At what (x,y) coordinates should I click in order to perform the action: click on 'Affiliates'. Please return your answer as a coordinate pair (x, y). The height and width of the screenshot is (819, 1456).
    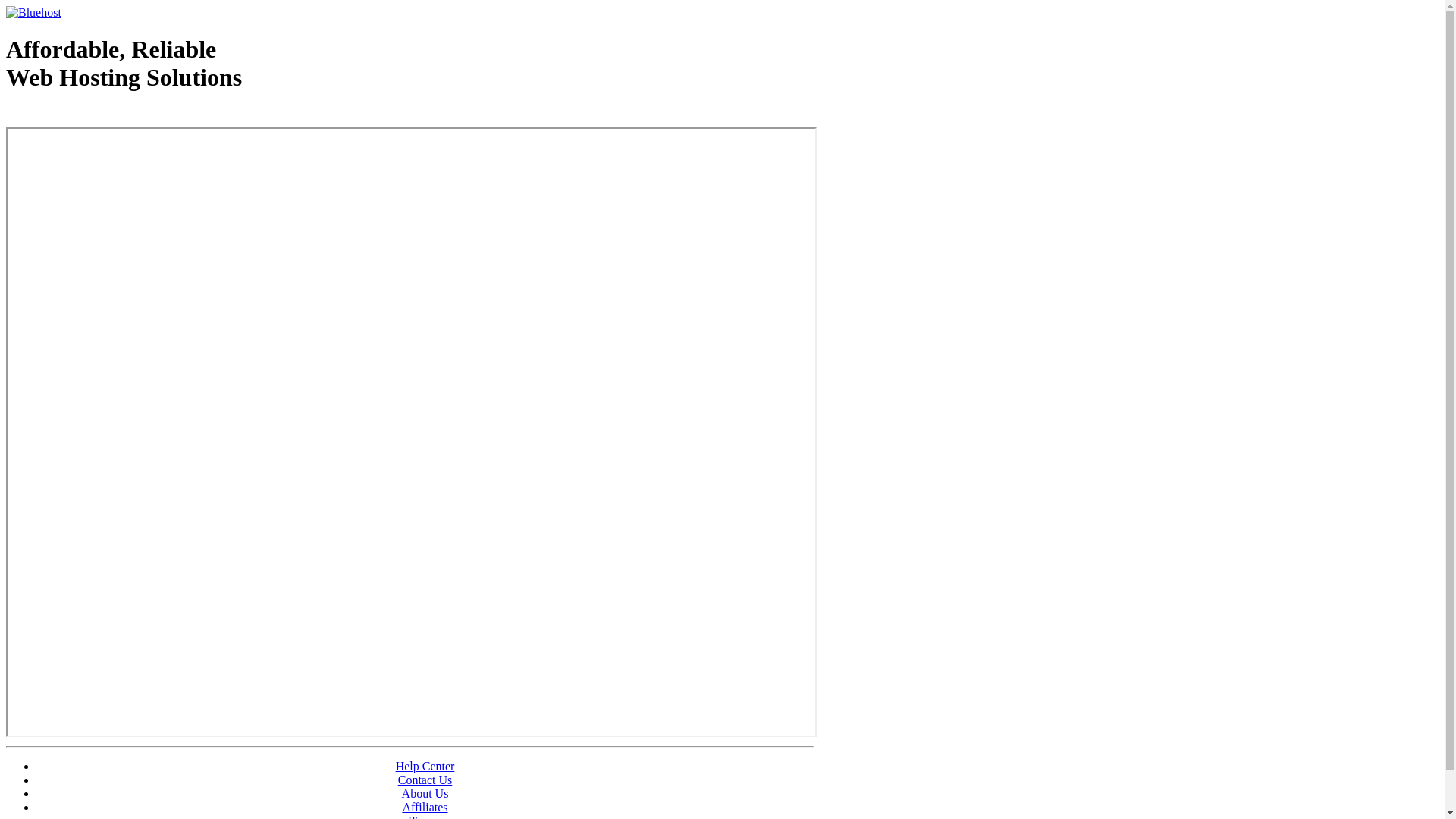
    Looking at the image, I should click on (401, 806).